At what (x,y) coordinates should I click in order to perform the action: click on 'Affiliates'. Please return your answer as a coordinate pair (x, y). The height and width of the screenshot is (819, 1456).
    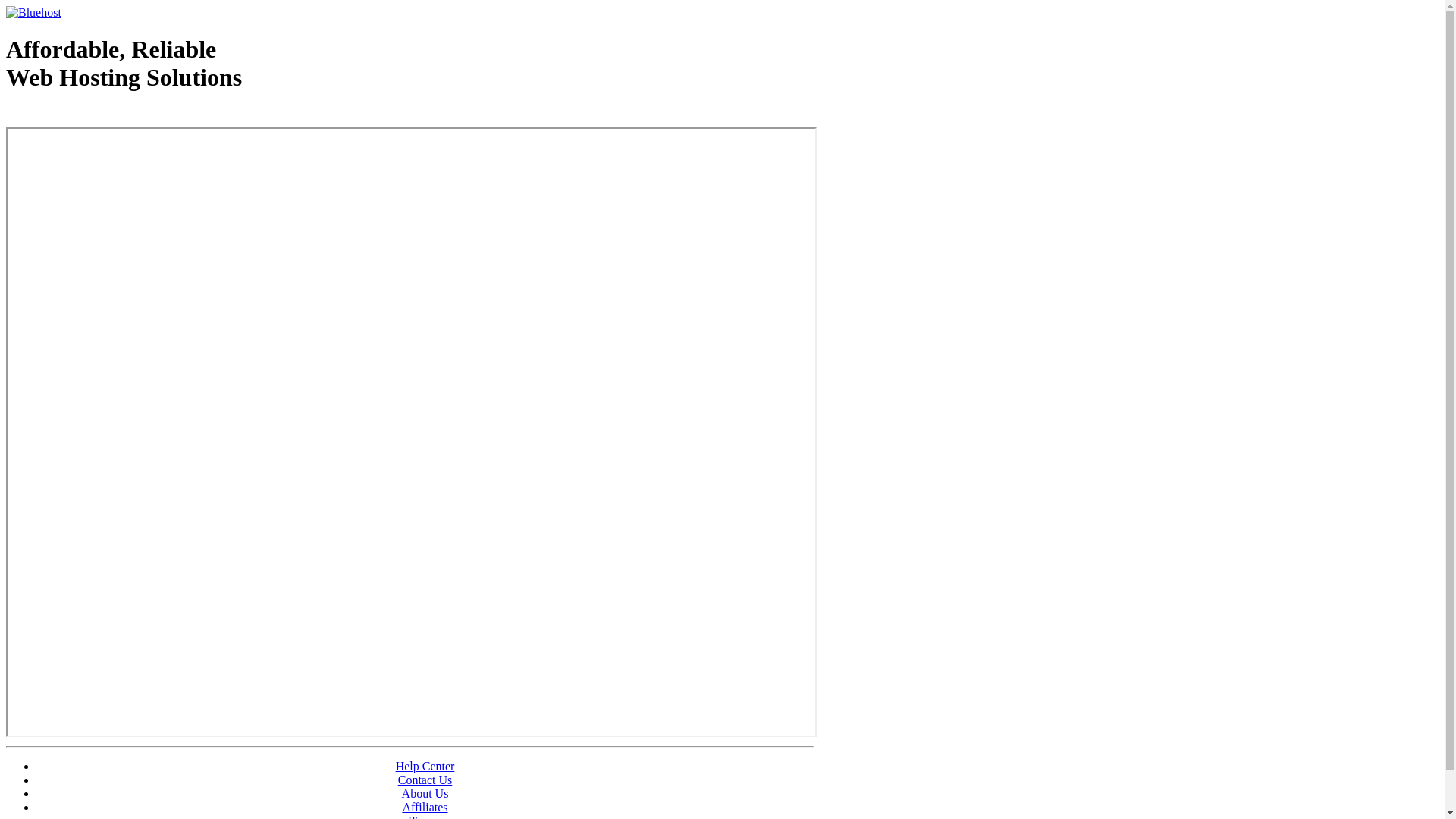
    Looking at the image, I should click on (401, 806).